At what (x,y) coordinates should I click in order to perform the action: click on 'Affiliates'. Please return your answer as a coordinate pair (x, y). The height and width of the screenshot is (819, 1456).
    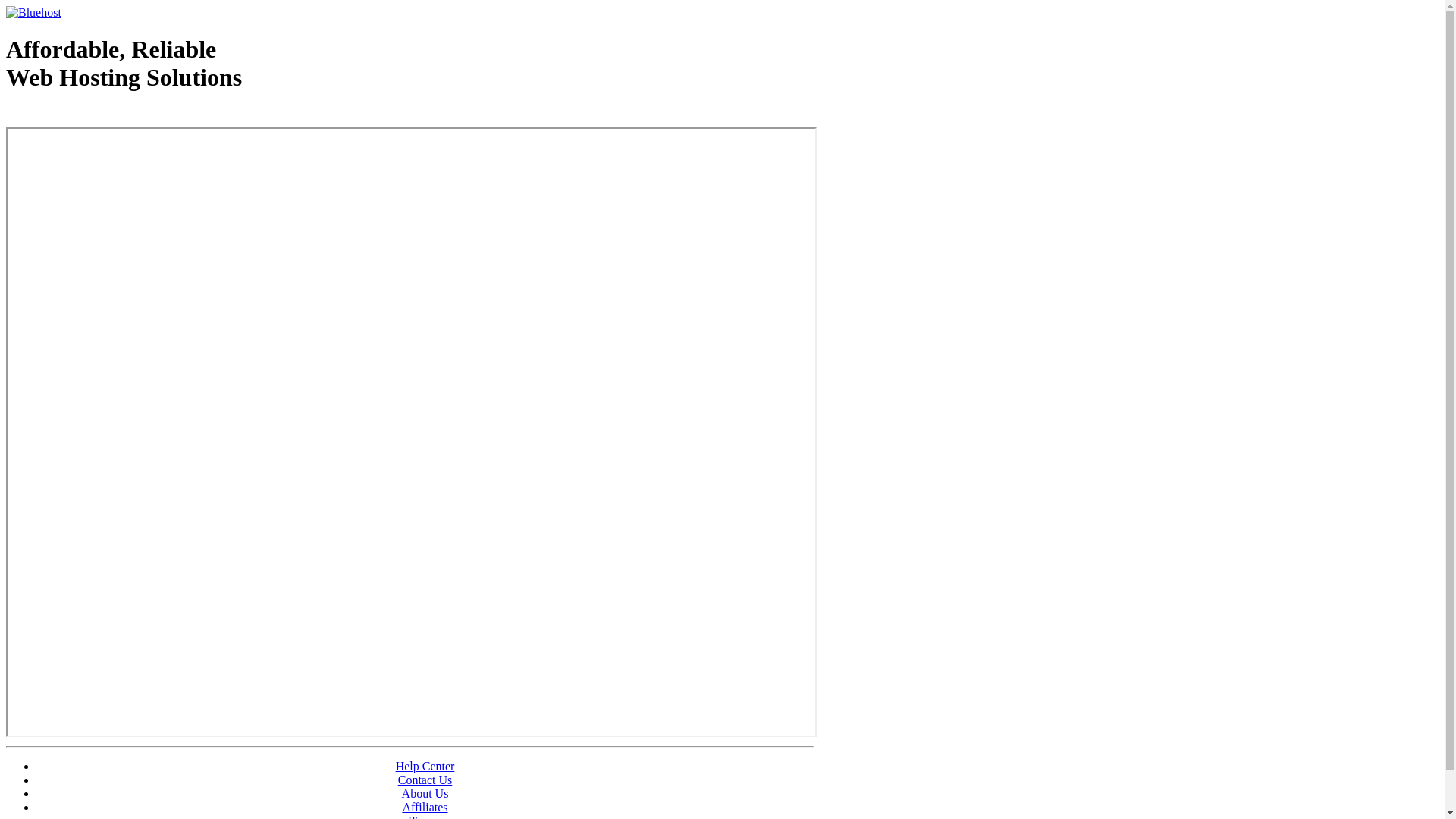
    Looking at the image, I should click on (401, 806).